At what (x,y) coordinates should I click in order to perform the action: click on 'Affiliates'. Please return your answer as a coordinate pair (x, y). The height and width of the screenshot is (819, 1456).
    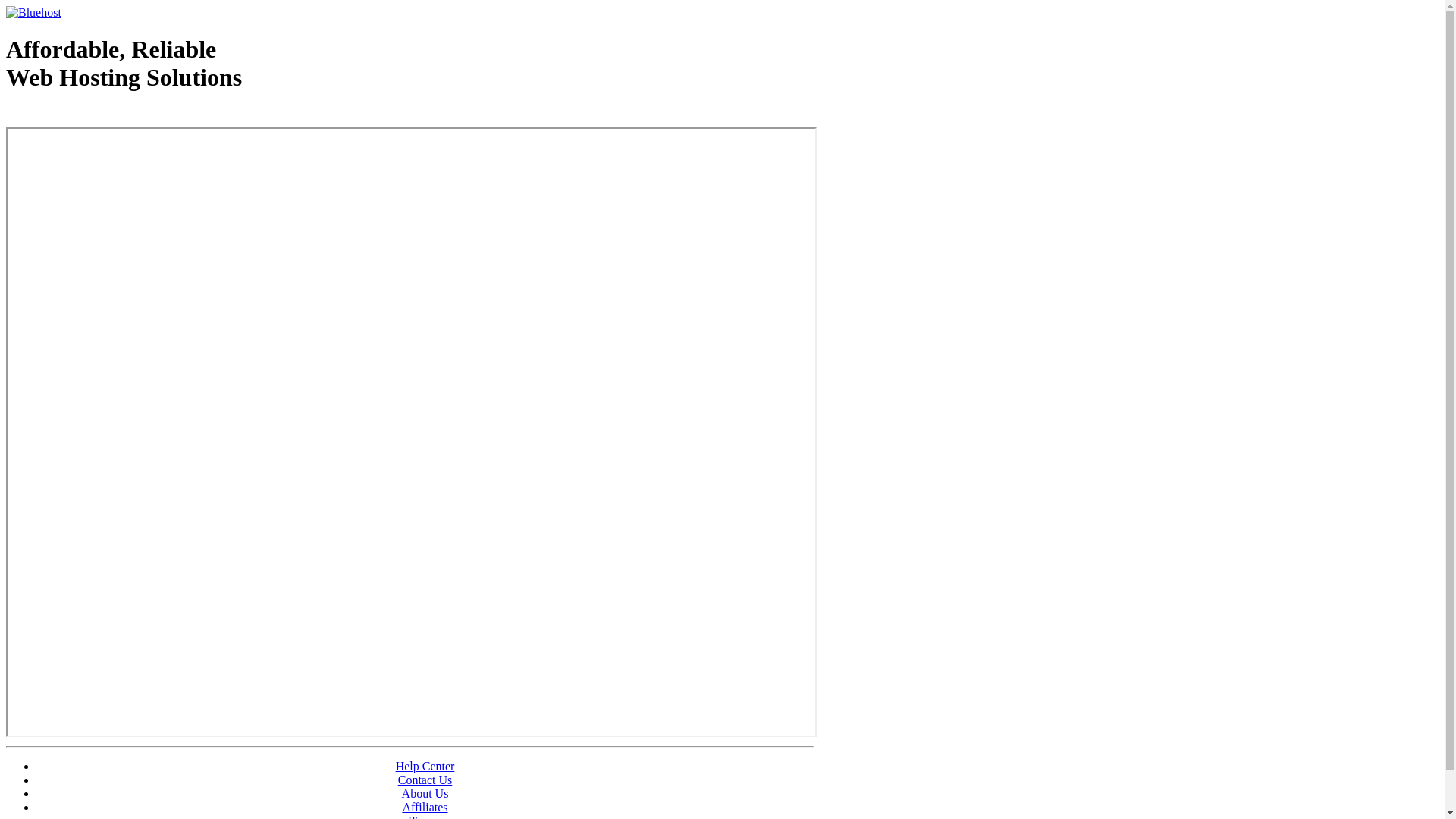
    Looking at the image, I should click on (401, 806).